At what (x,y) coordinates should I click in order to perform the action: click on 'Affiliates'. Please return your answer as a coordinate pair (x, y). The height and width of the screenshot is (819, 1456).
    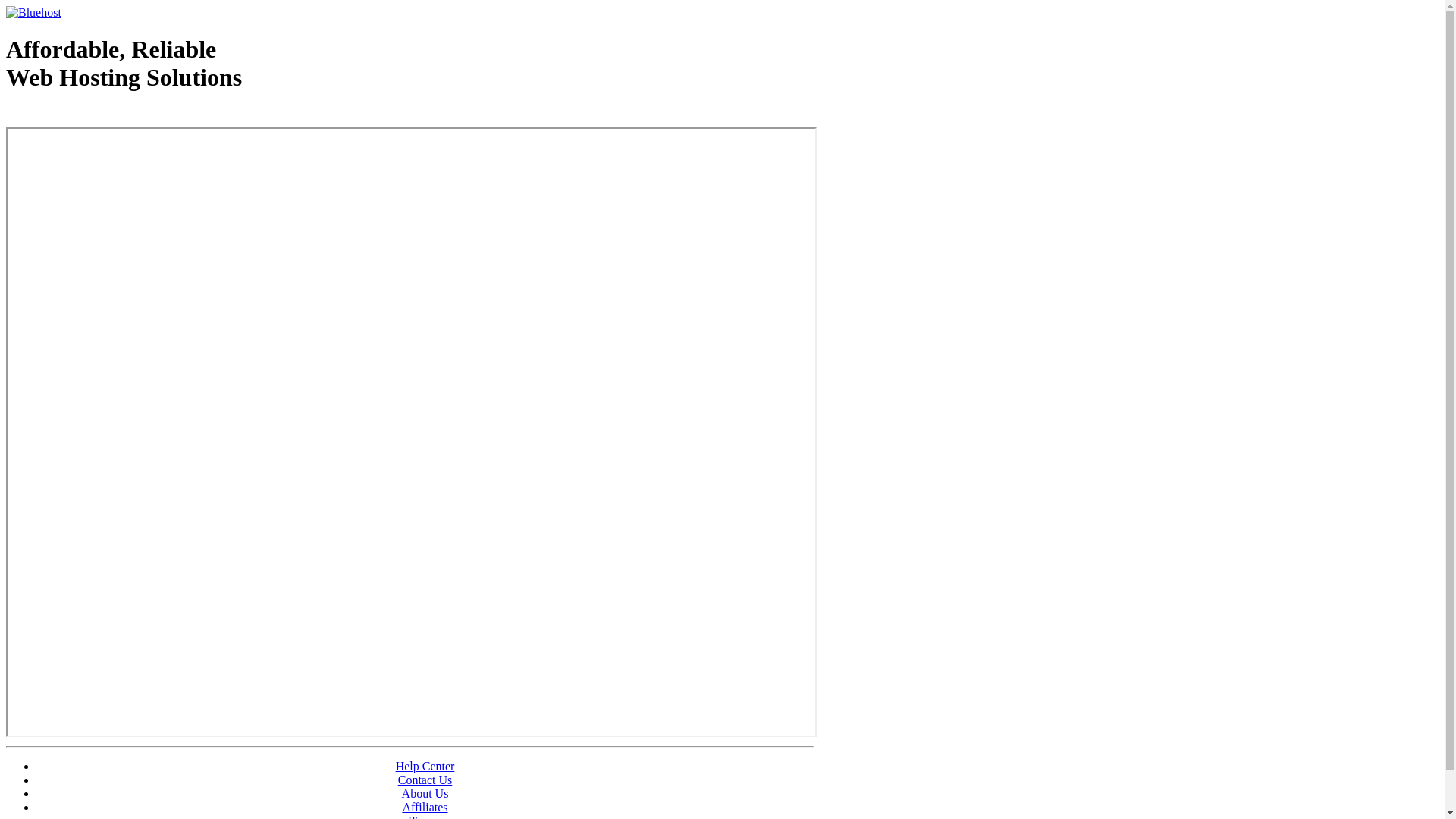
    Looking at the image, I should click on (401, 806).